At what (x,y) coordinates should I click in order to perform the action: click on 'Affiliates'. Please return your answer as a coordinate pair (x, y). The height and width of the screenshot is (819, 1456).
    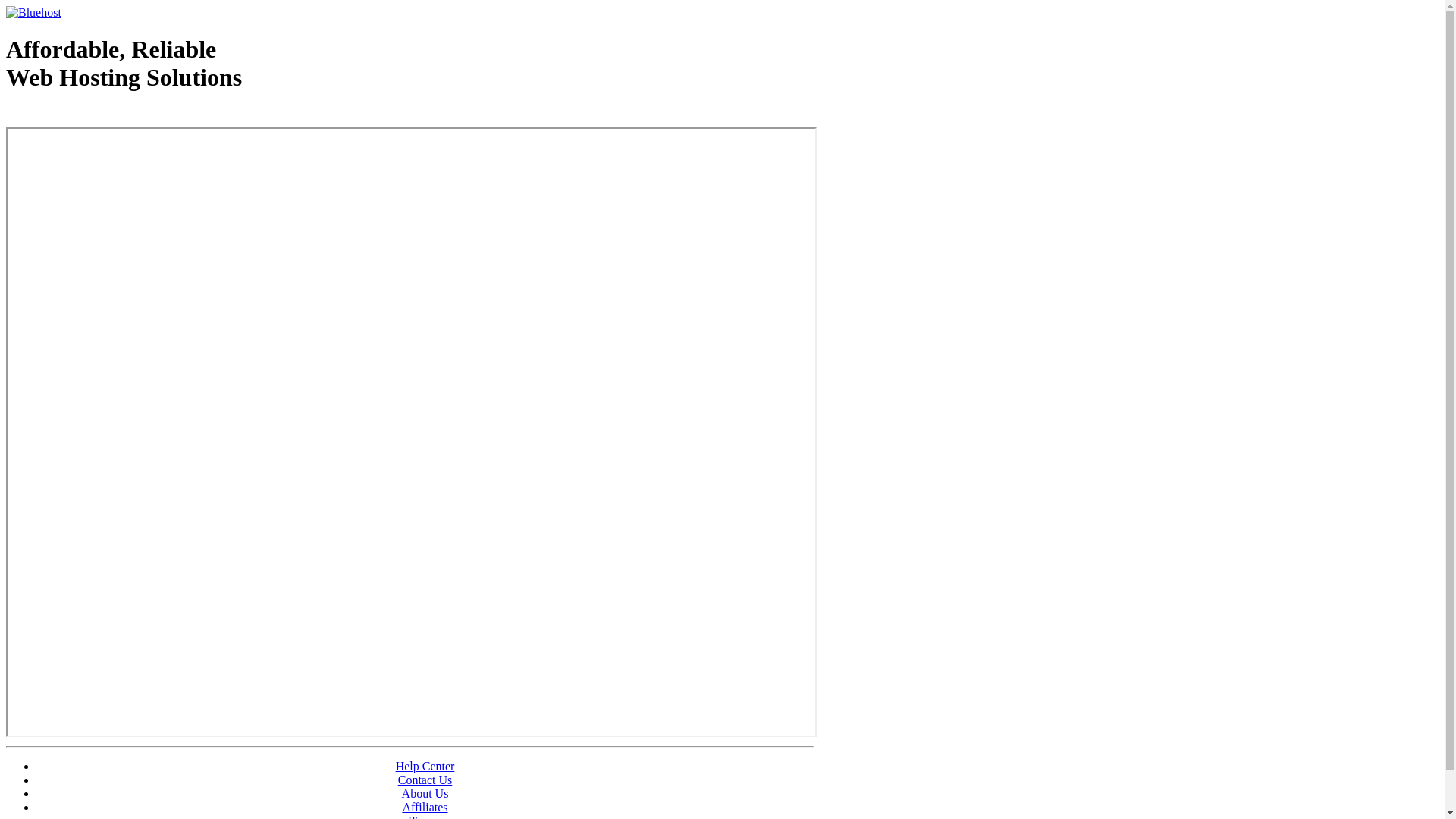
    Looking at the image, I should click on (401, 806).